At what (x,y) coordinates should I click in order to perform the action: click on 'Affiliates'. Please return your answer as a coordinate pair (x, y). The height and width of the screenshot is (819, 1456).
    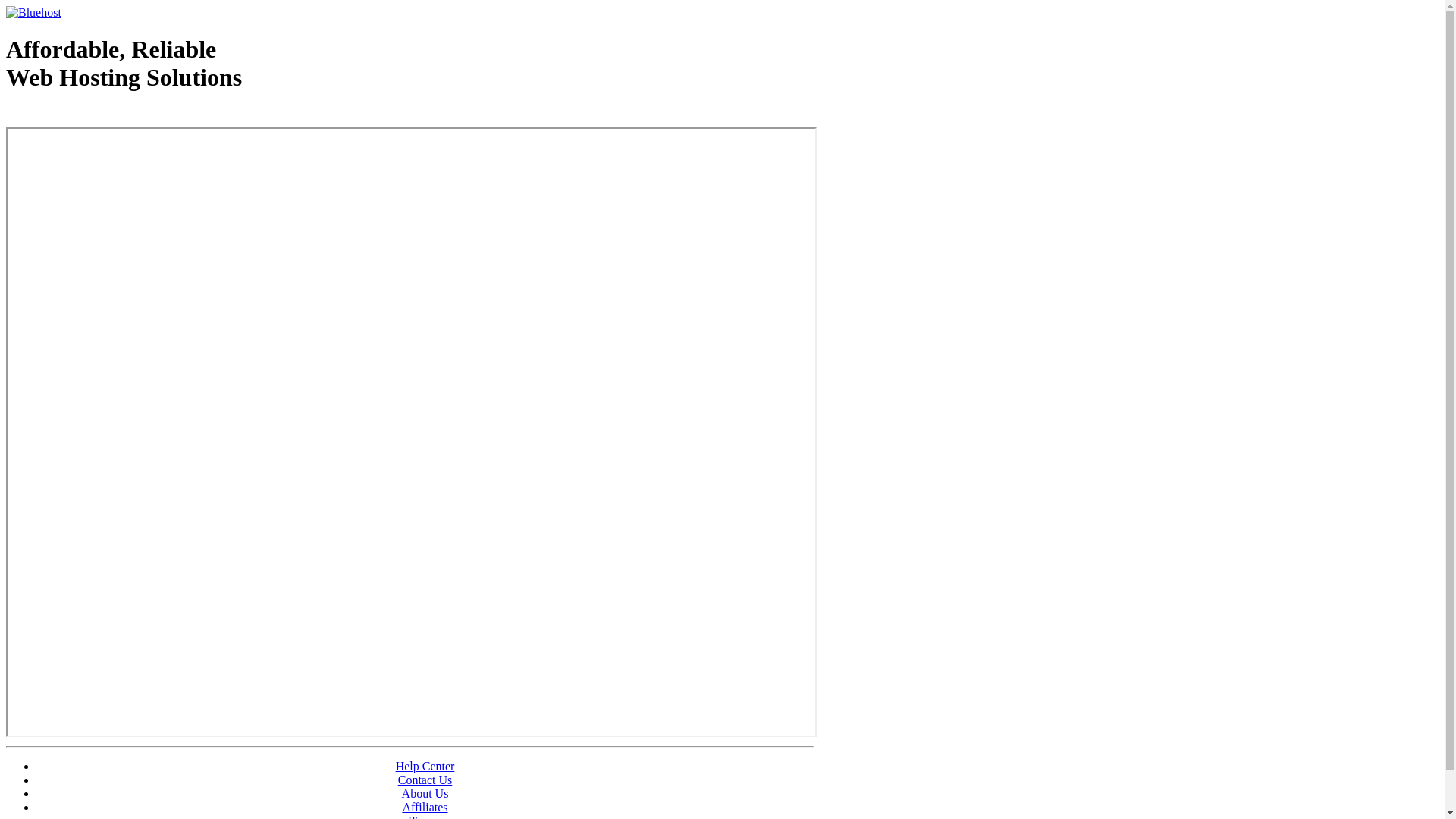
    Looking at the image, I should click on (401, 806).